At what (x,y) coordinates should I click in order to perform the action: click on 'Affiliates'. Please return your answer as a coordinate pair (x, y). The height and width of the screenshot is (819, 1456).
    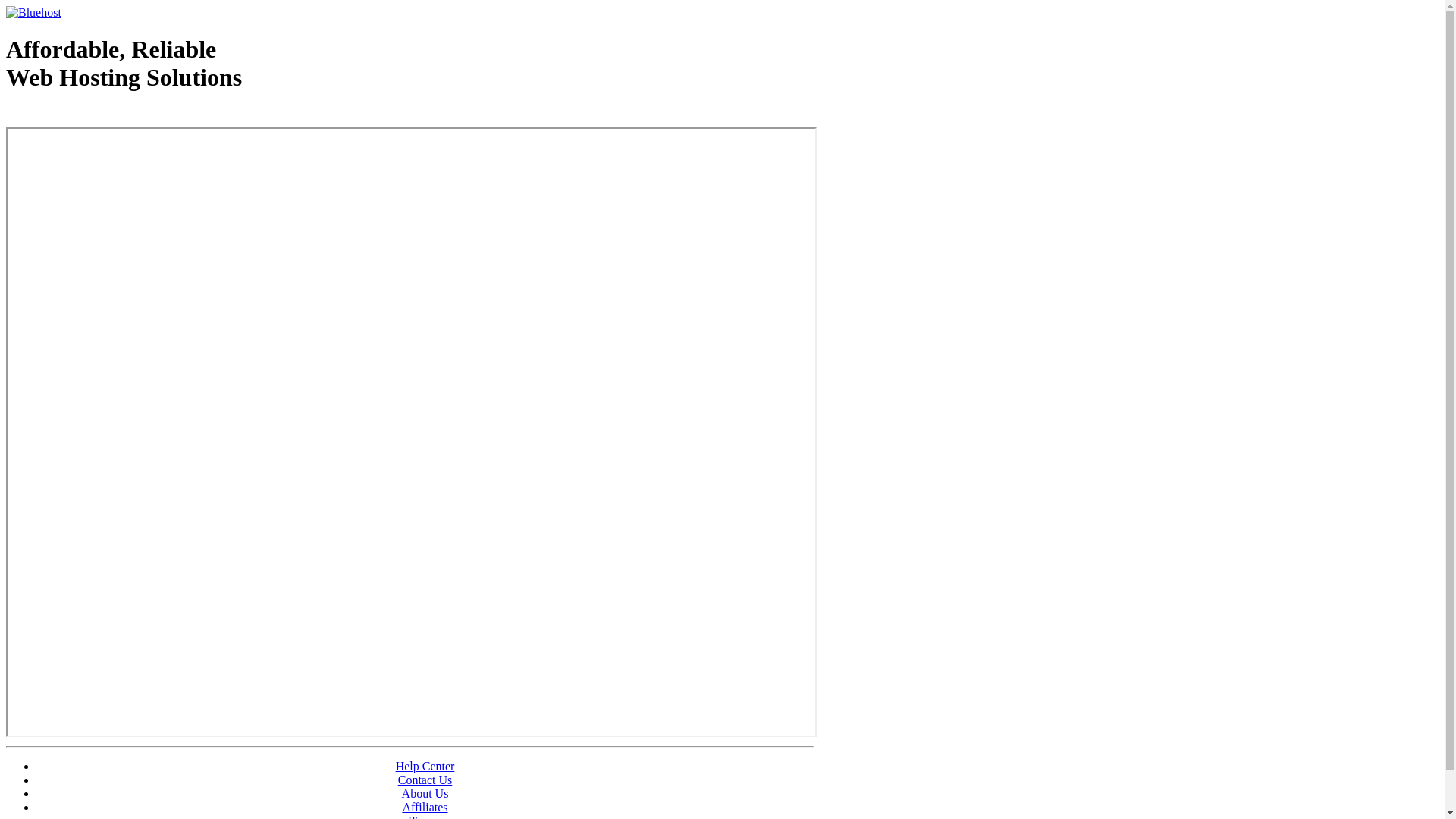
    Looking at the image, I should click on (401, 806).